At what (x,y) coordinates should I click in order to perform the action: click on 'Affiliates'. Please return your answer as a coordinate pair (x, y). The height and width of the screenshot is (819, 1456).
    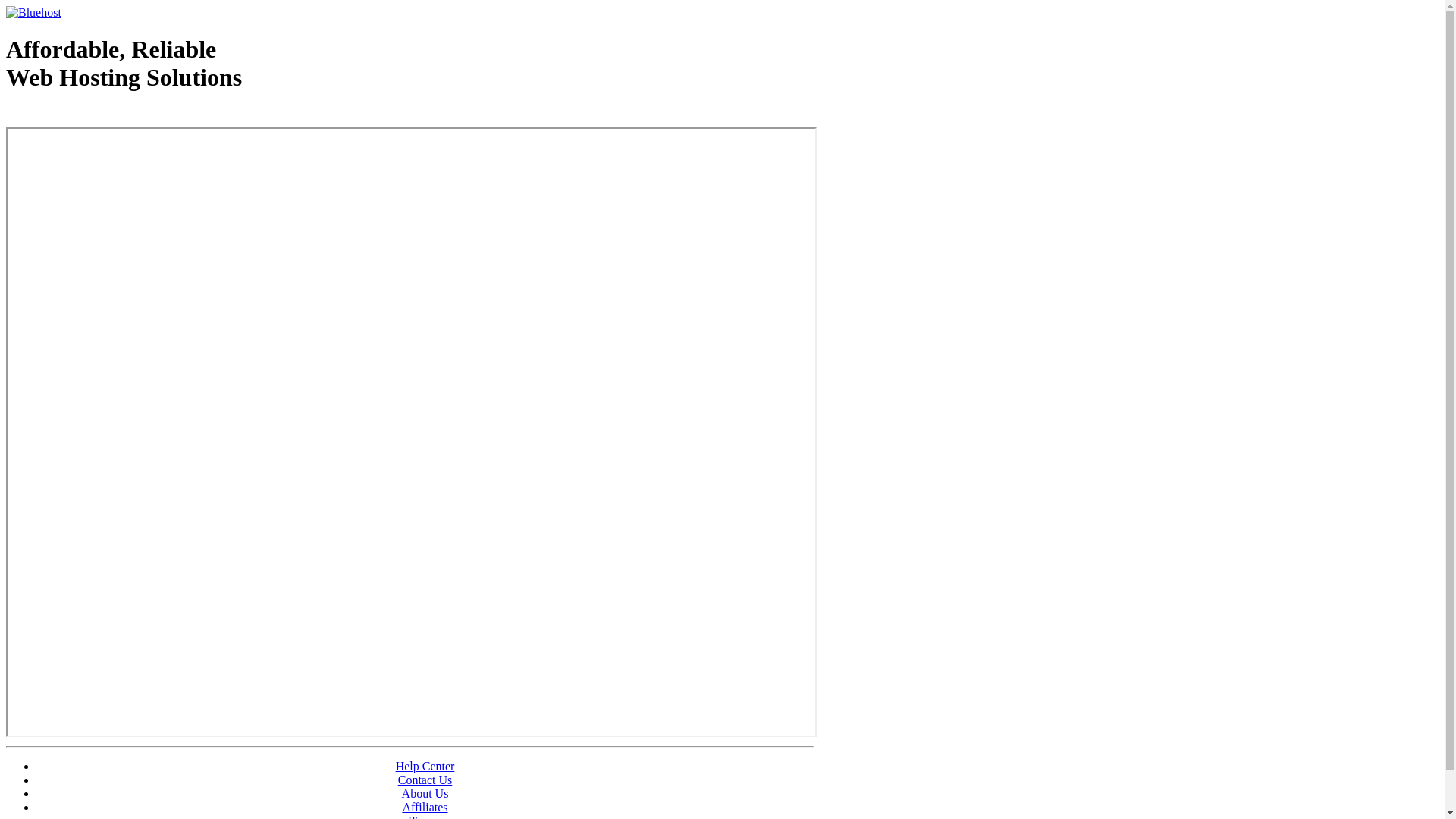
    Looking at the image, I should click on (401, 806).